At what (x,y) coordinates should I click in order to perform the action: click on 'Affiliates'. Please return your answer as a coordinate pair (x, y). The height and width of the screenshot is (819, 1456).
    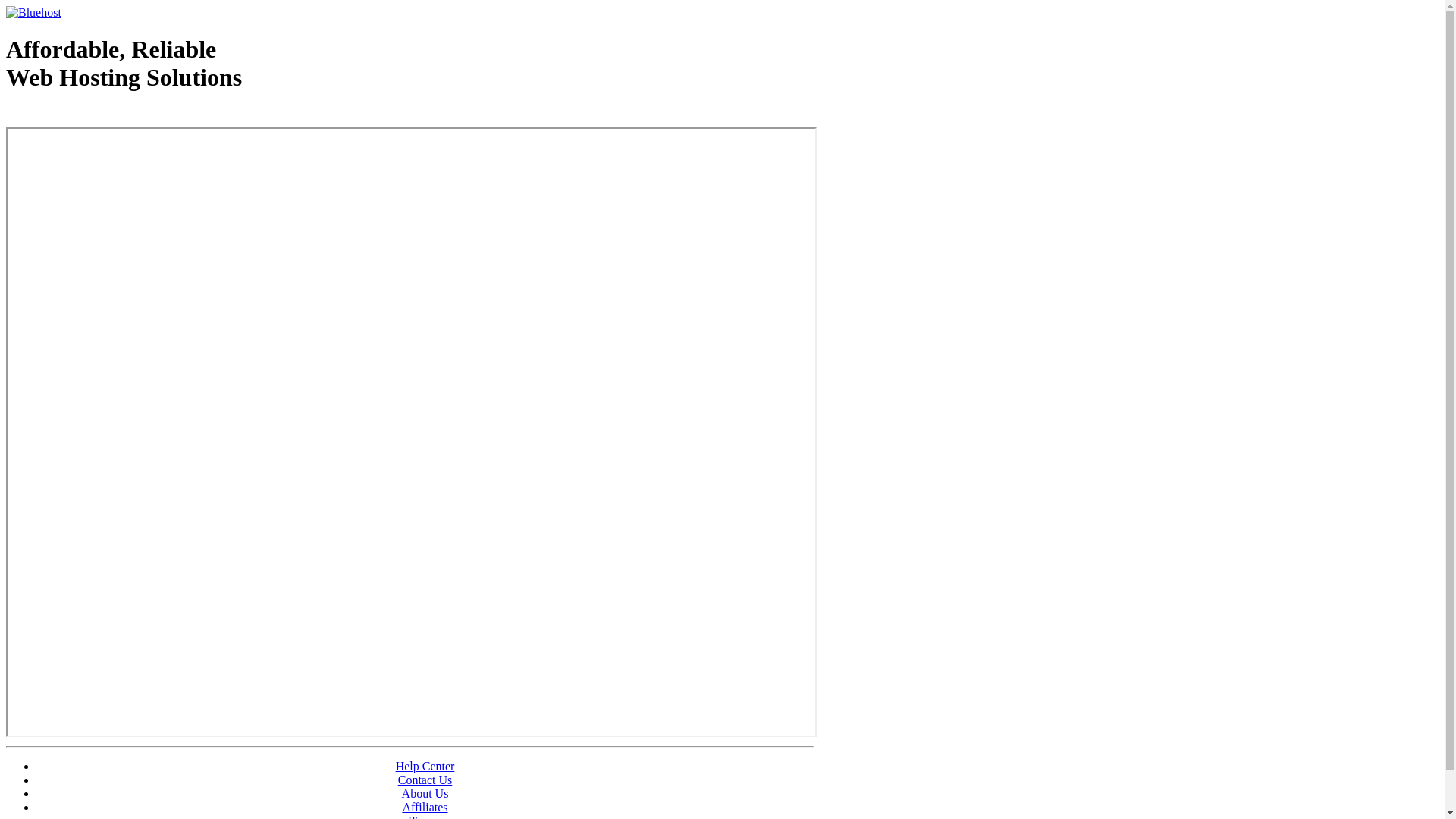
    Looking at the image, I should click on (401, 806).